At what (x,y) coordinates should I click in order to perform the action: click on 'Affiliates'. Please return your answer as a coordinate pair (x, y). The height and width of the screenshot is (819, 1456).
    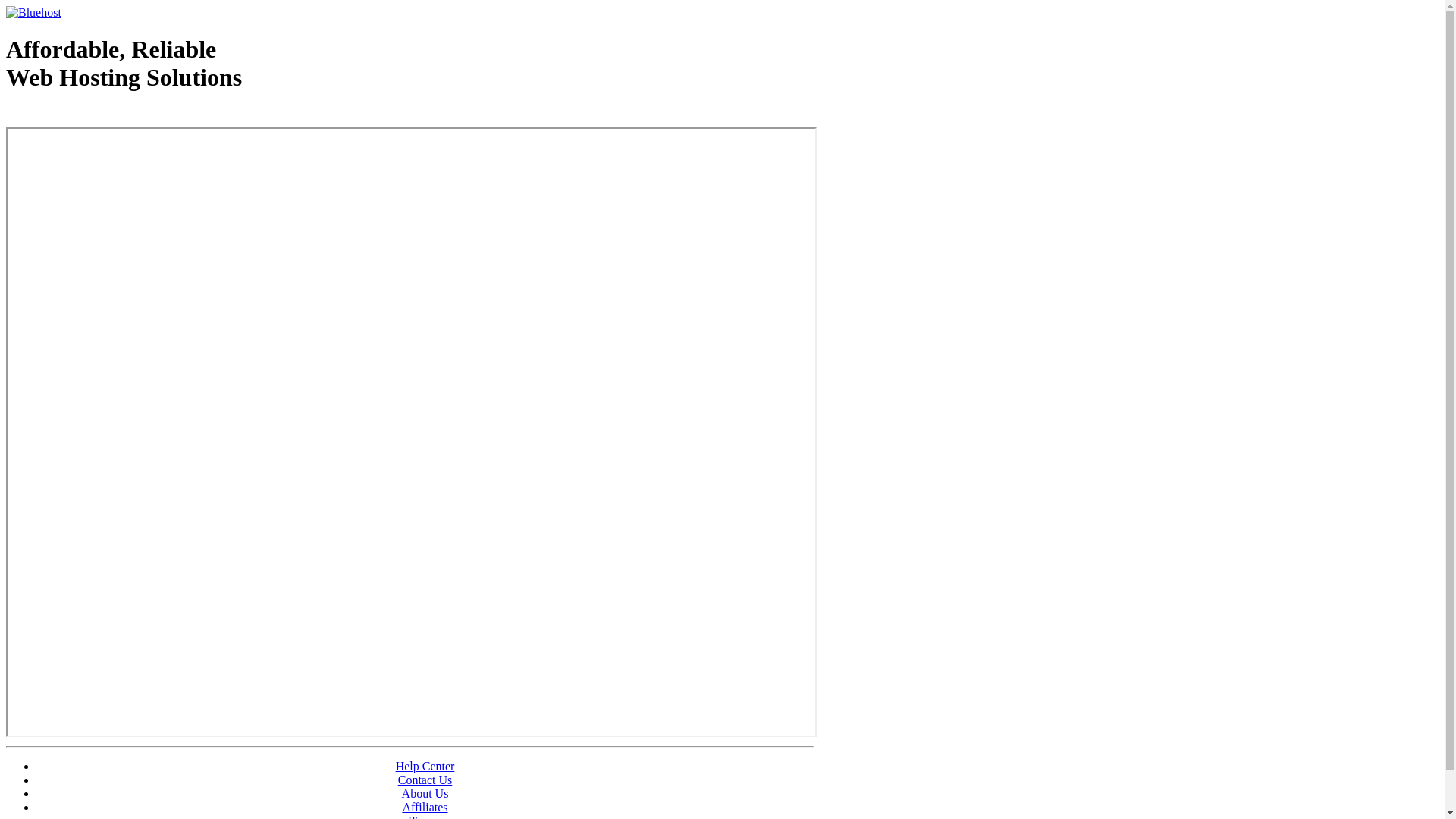
    Looking at the image, I should click on (401, 806).